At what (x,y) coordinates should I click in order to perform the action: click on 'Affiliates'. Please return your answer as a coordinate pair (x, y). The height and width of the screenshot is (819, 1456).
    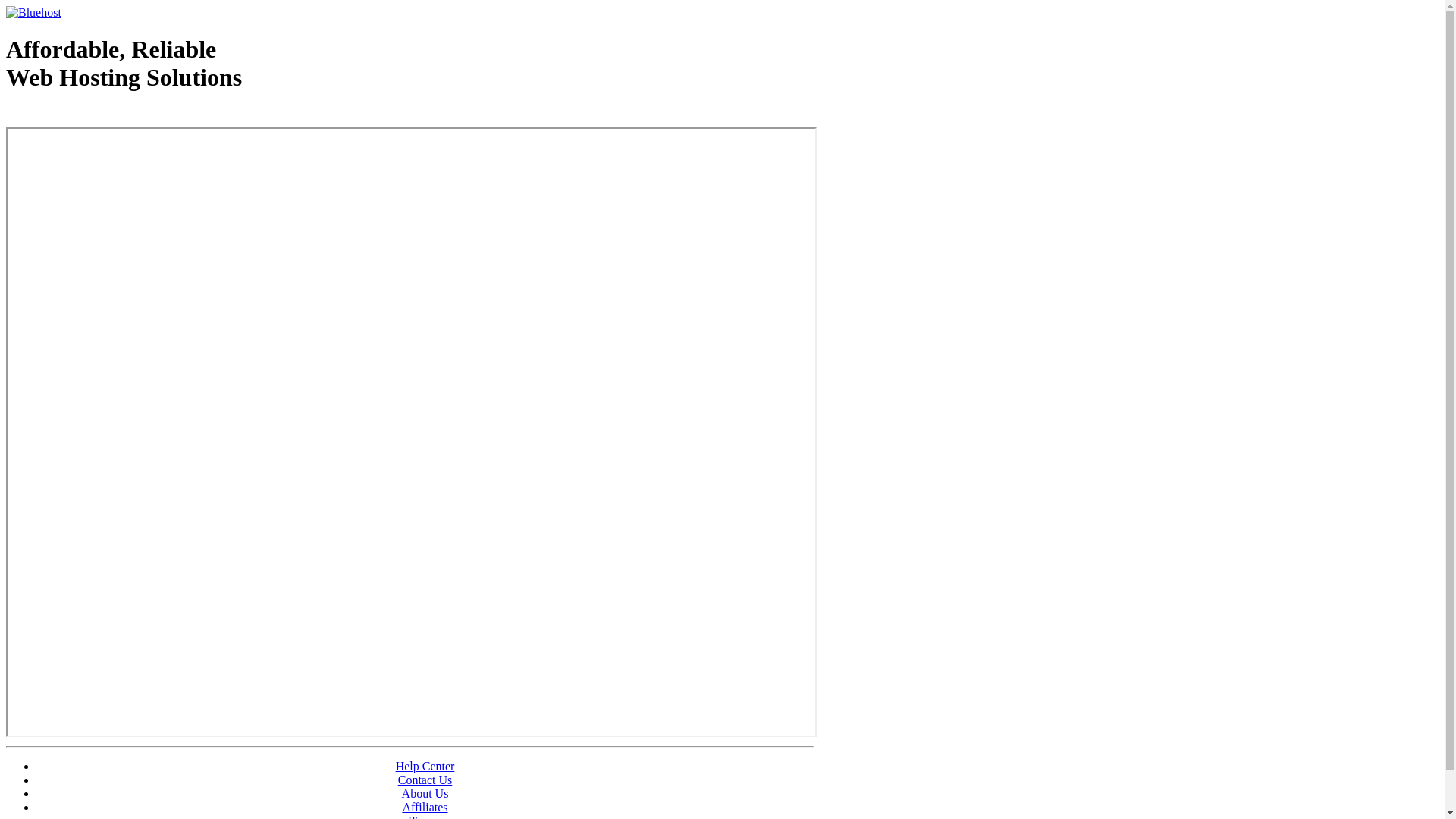
    Looking at the image, I should click on (401, 806).